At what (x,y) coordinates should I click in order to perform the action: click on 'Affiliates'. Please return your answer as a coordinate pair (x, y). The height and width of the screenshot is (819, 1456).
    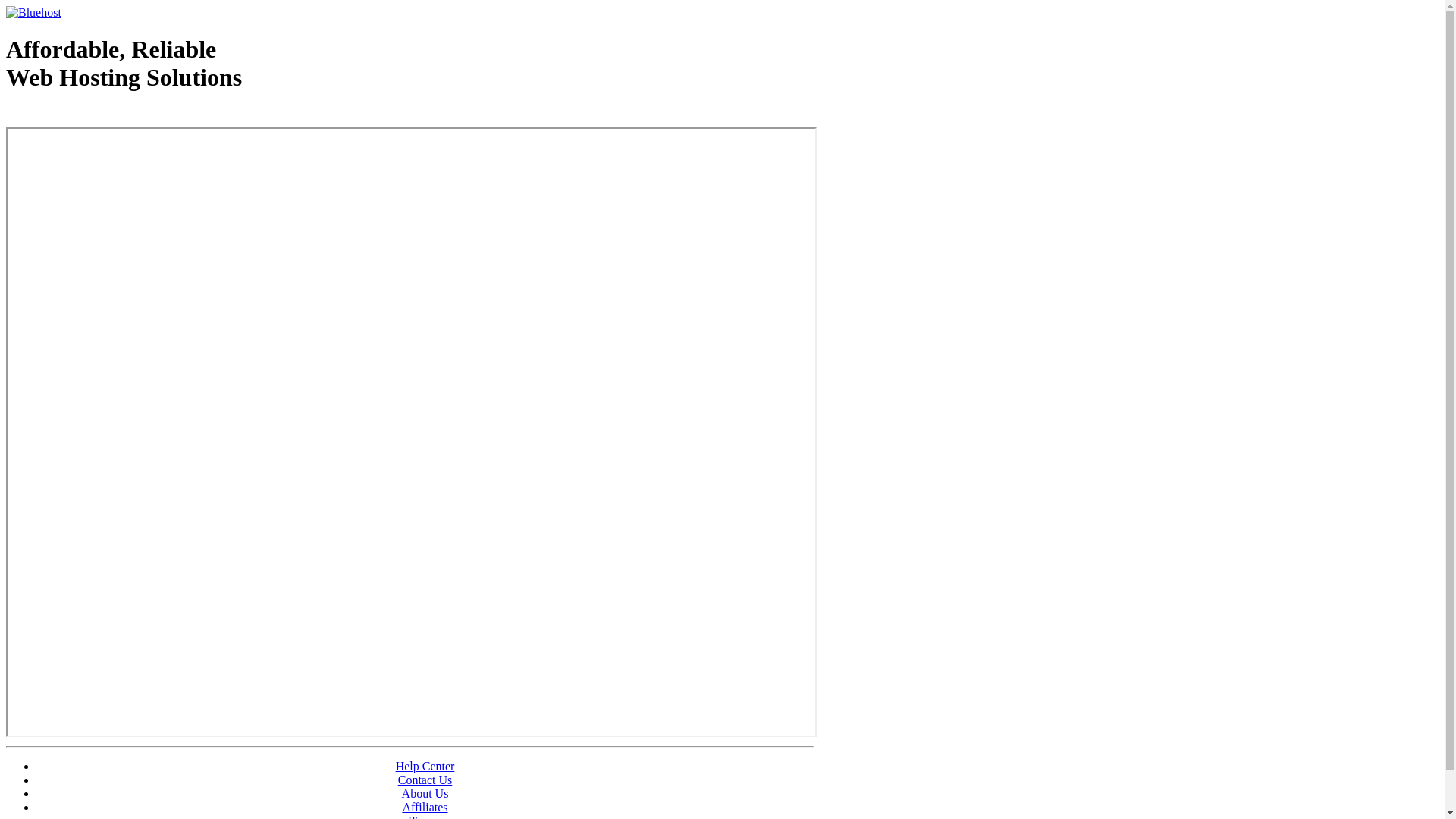
    Looking at the image, I should click on (401, 806).